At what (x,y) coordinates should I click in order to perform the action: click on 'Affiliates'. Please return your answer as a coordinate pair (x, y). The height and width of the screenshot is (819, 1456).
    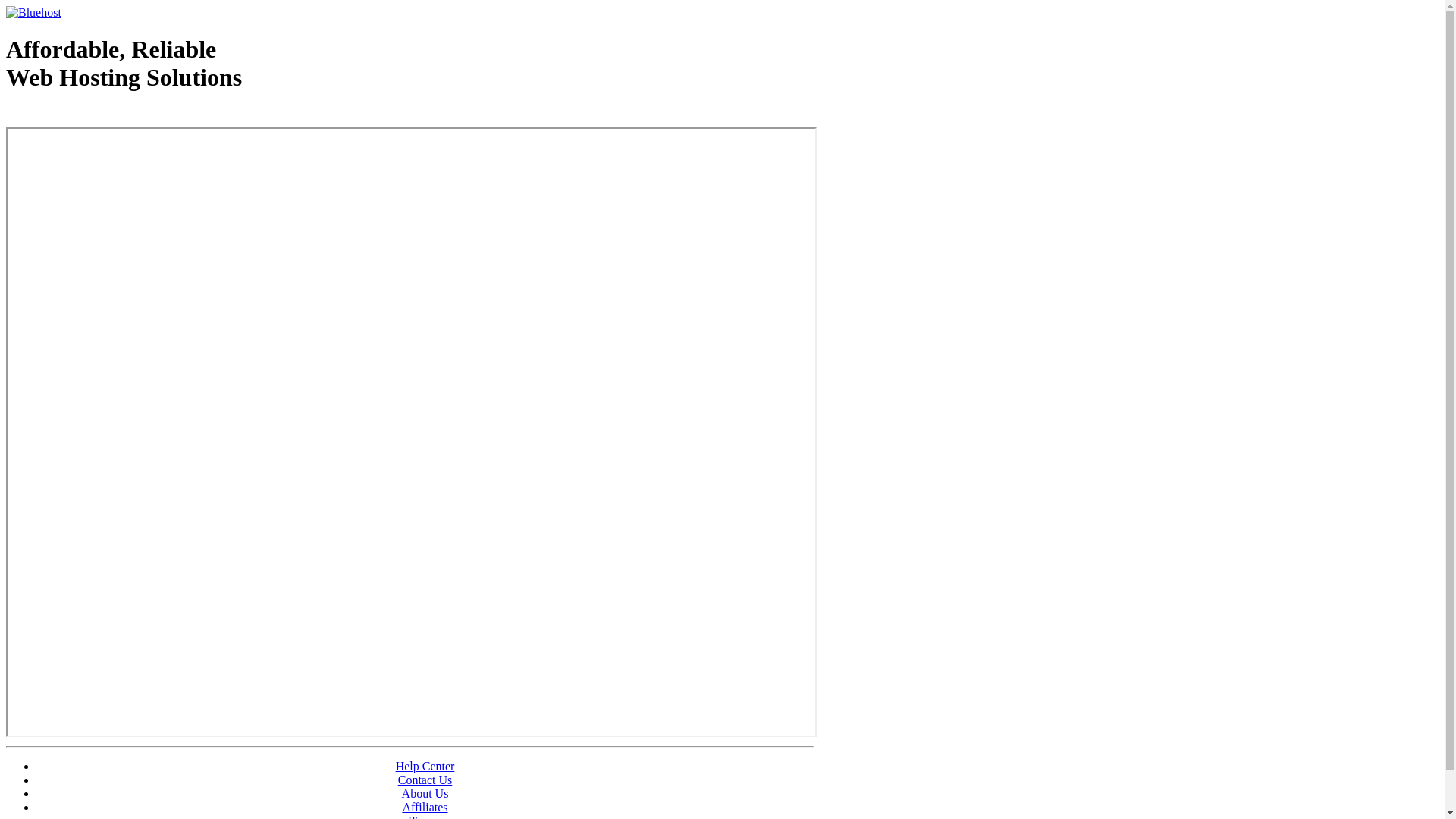
    Looking at the image, I should click on (401, 806).